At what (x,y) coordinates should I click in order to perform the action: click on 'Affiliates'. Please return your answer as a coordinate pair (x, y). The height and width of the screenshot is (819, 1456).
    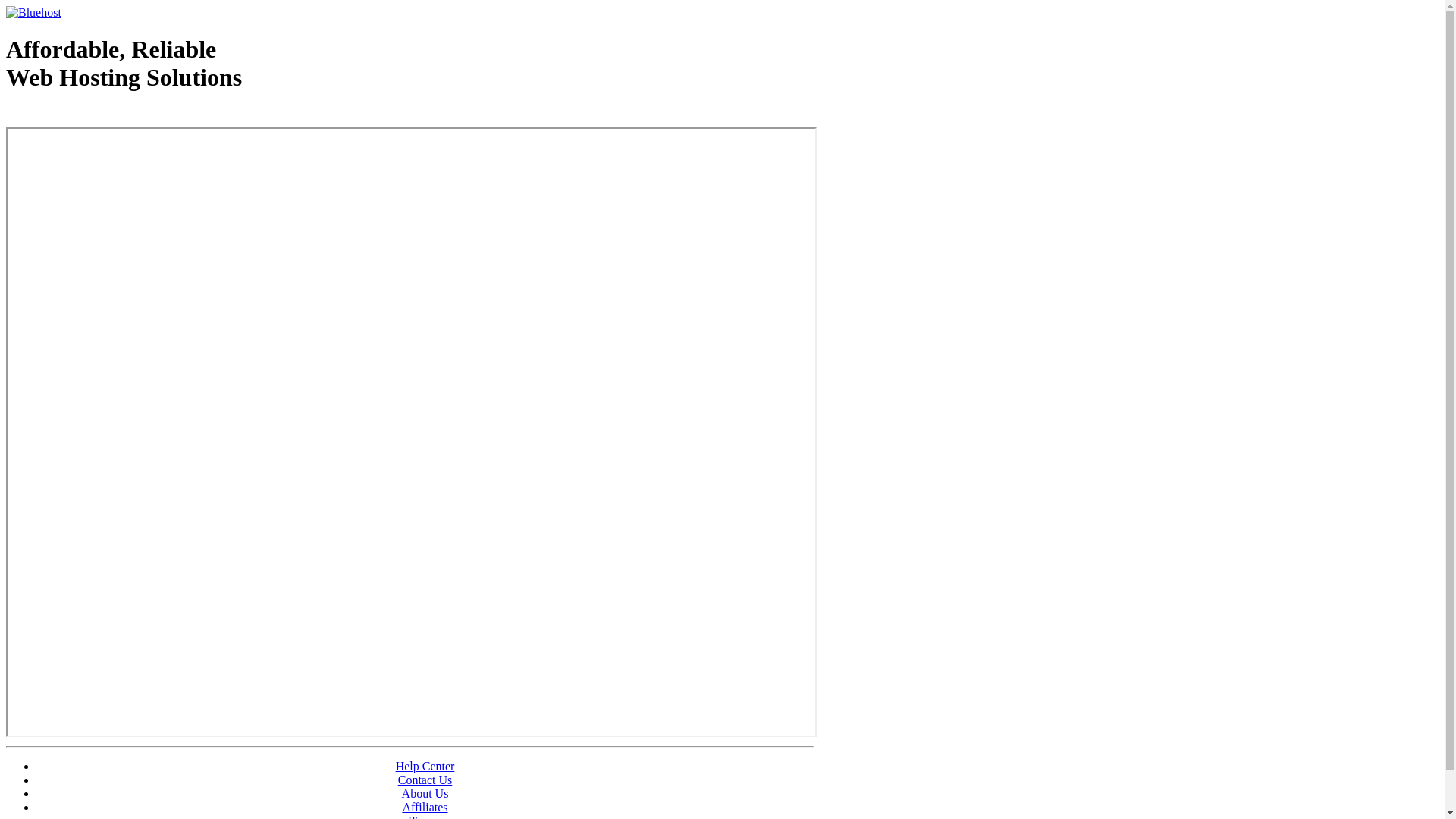
    Looking at the image, I should click on (401, 806).